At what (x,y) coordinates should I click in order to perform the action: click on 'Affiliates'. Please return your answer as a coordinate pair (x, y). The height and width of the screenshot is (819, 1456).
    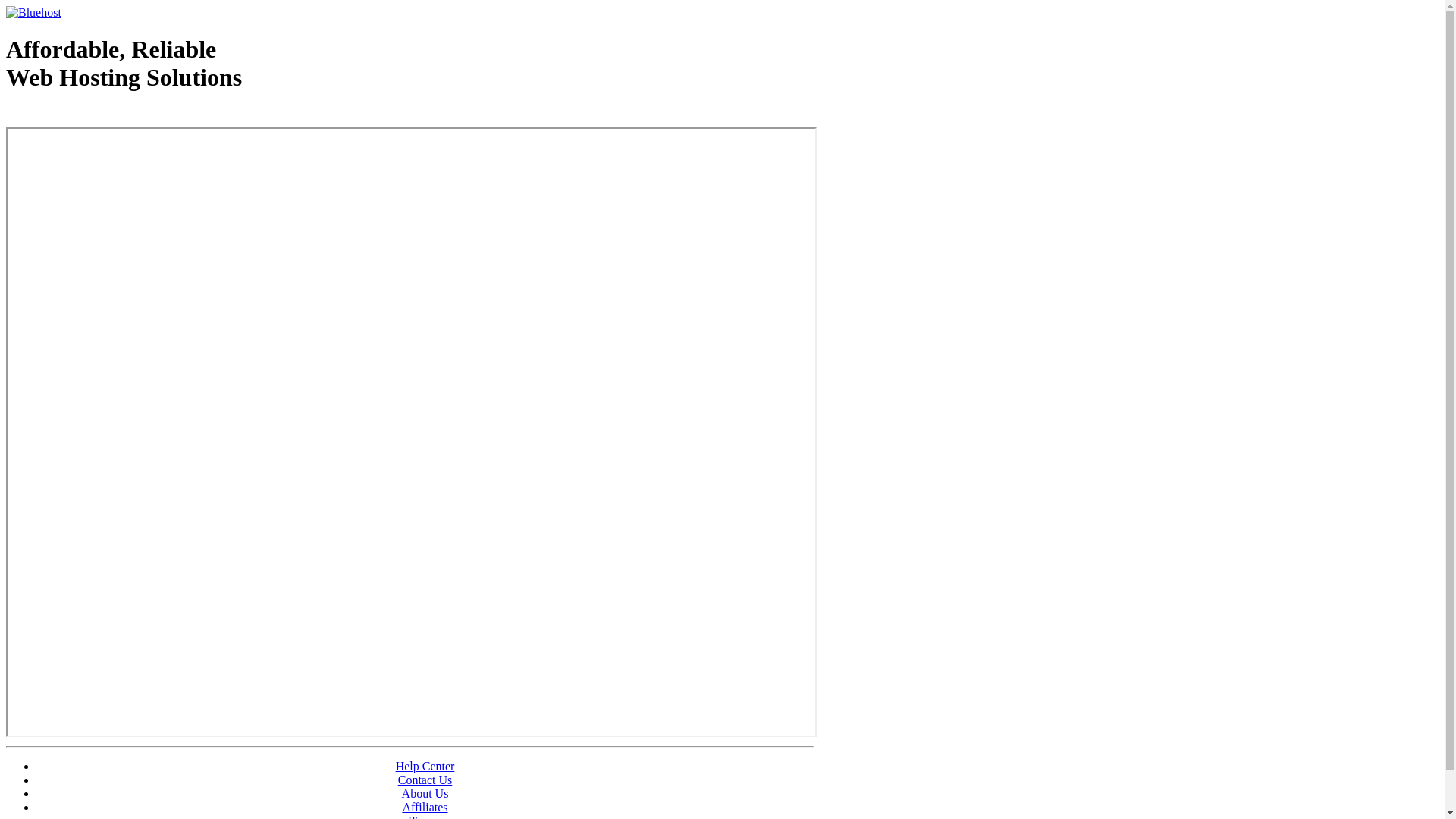
    Looking at the image, I should click on (401, 806).